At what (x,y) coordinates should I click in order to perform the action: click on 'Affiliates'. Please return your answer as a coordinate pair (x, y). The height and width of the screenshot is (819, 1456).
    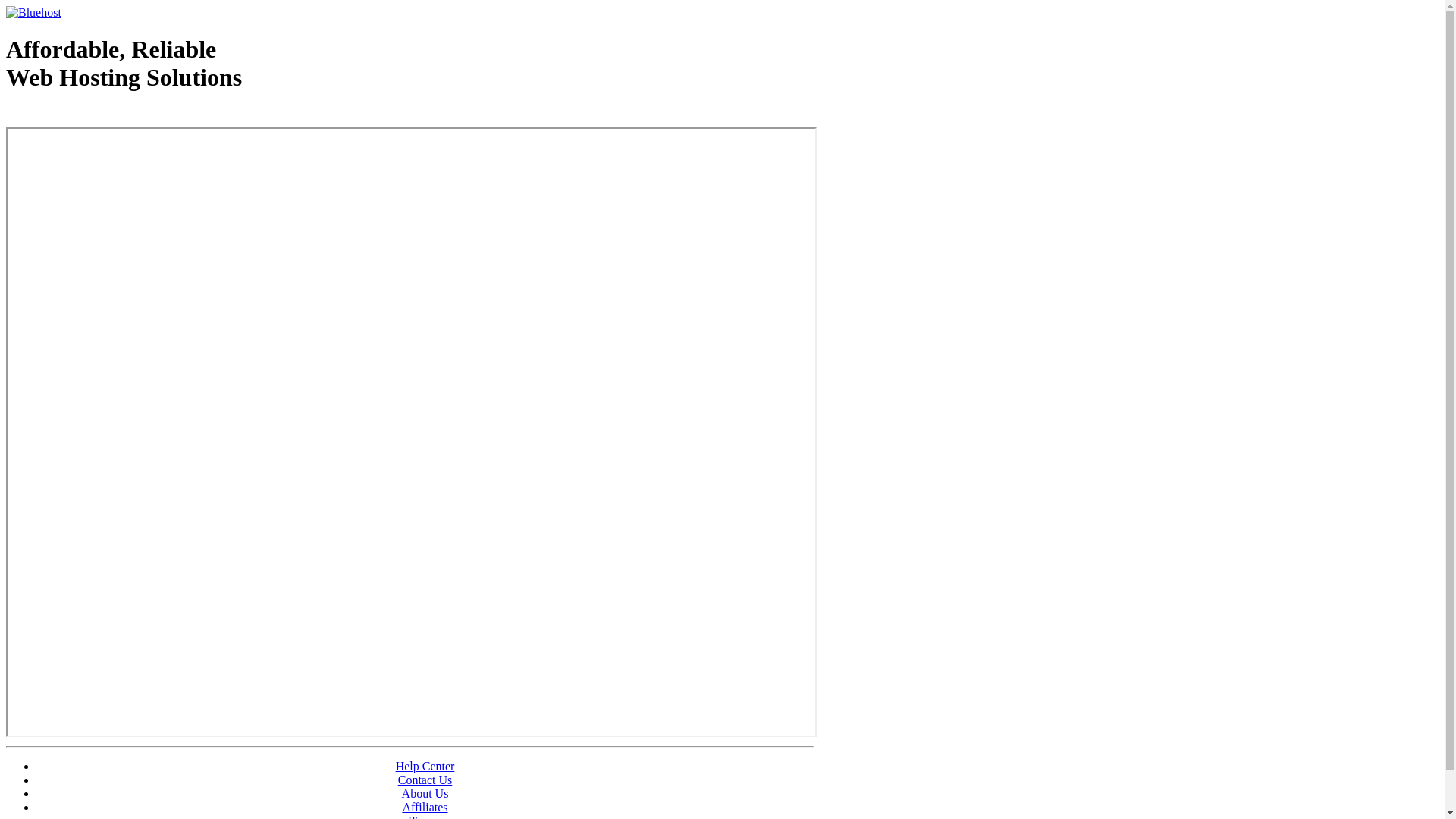
    Looking at the image, I should click on (401, 806).